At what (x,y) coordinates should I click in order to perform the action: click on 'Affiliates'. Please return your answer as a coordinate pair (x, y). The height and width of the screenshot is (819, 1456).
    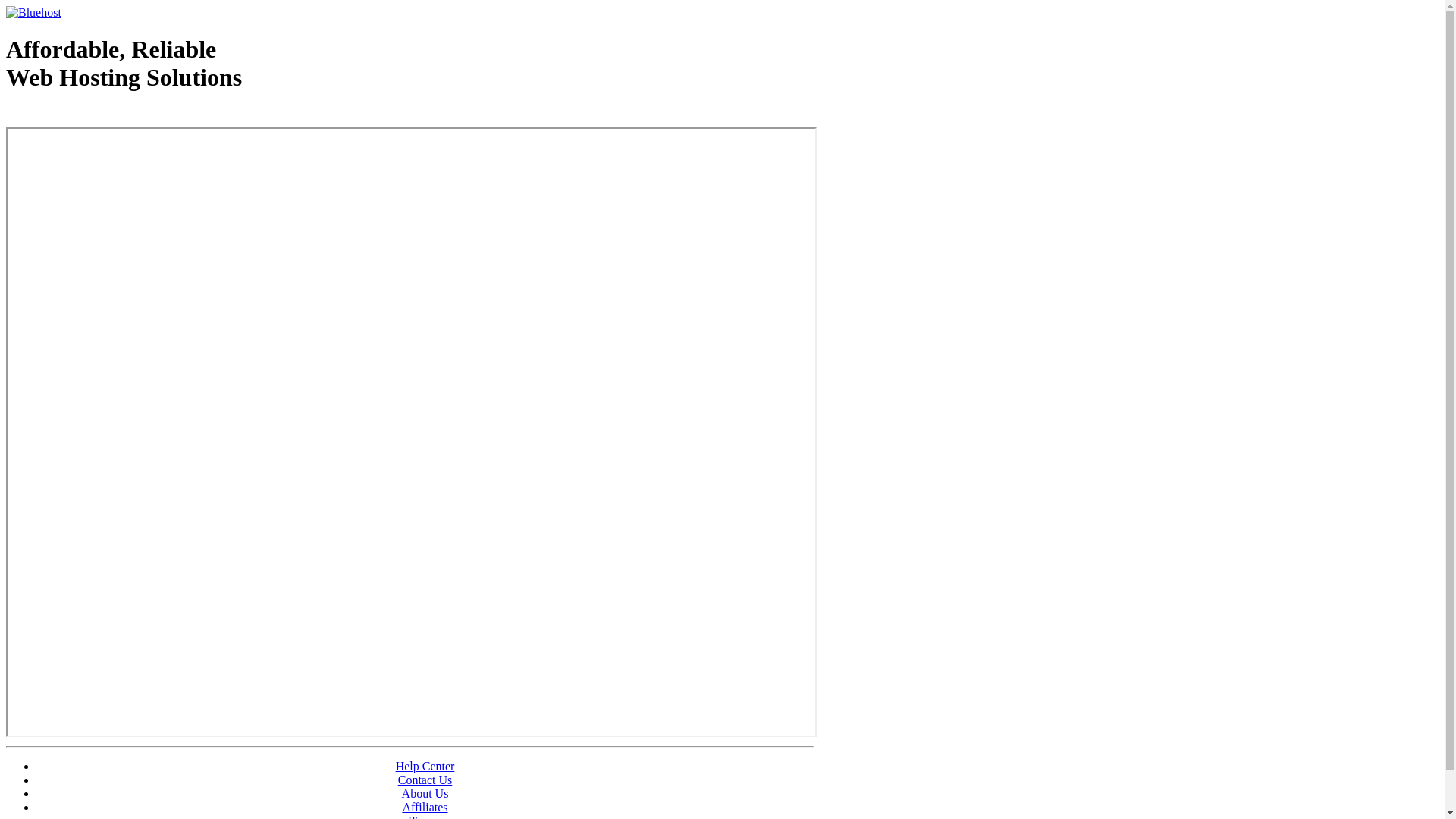
    Looking at the image, I should click on (401, 806).